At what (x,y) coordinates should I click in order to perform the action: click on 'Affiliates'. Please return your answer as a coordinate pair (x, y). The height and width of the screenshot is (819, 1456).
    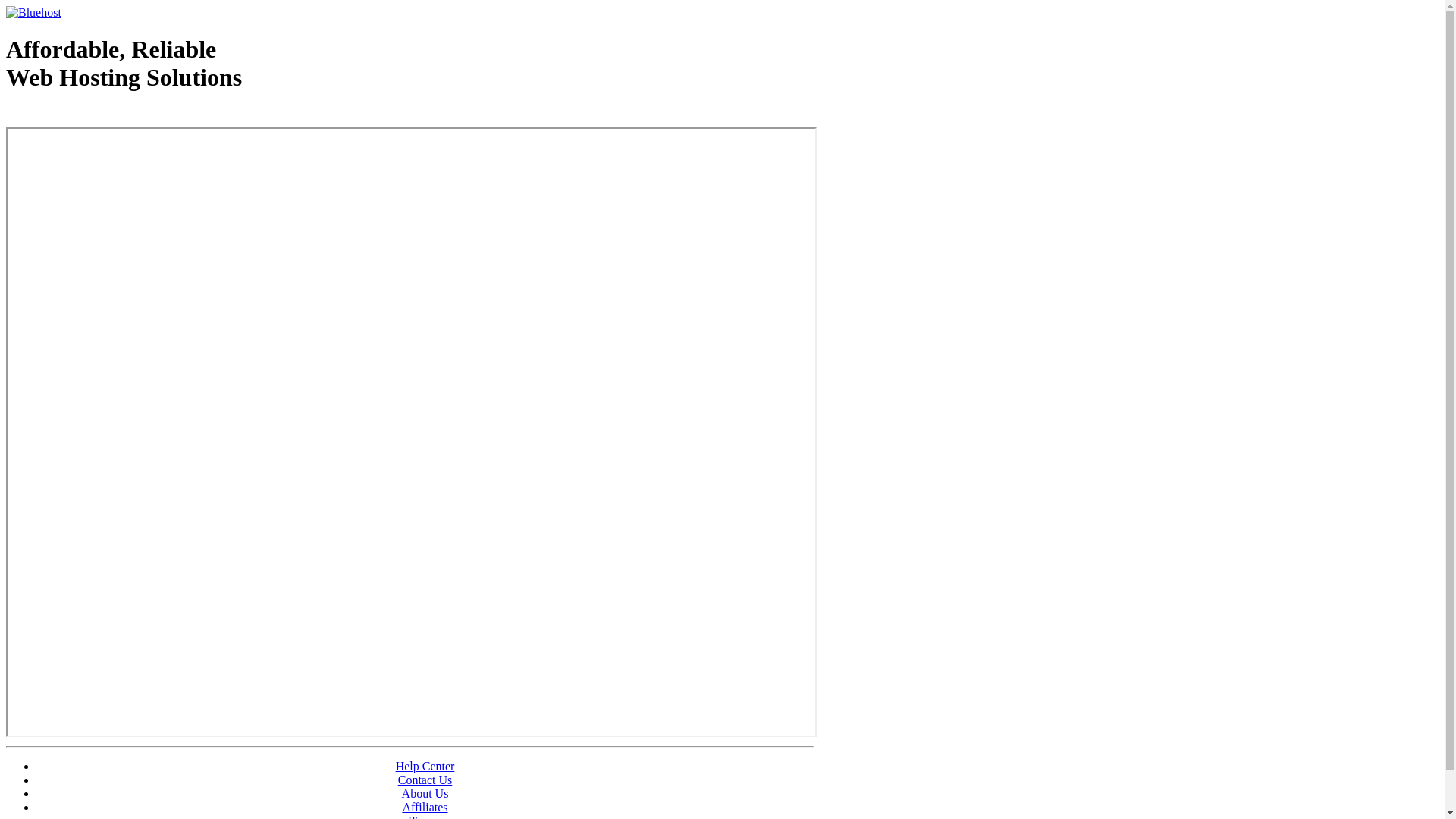
    Looking at the image, I should click on (401, 806).